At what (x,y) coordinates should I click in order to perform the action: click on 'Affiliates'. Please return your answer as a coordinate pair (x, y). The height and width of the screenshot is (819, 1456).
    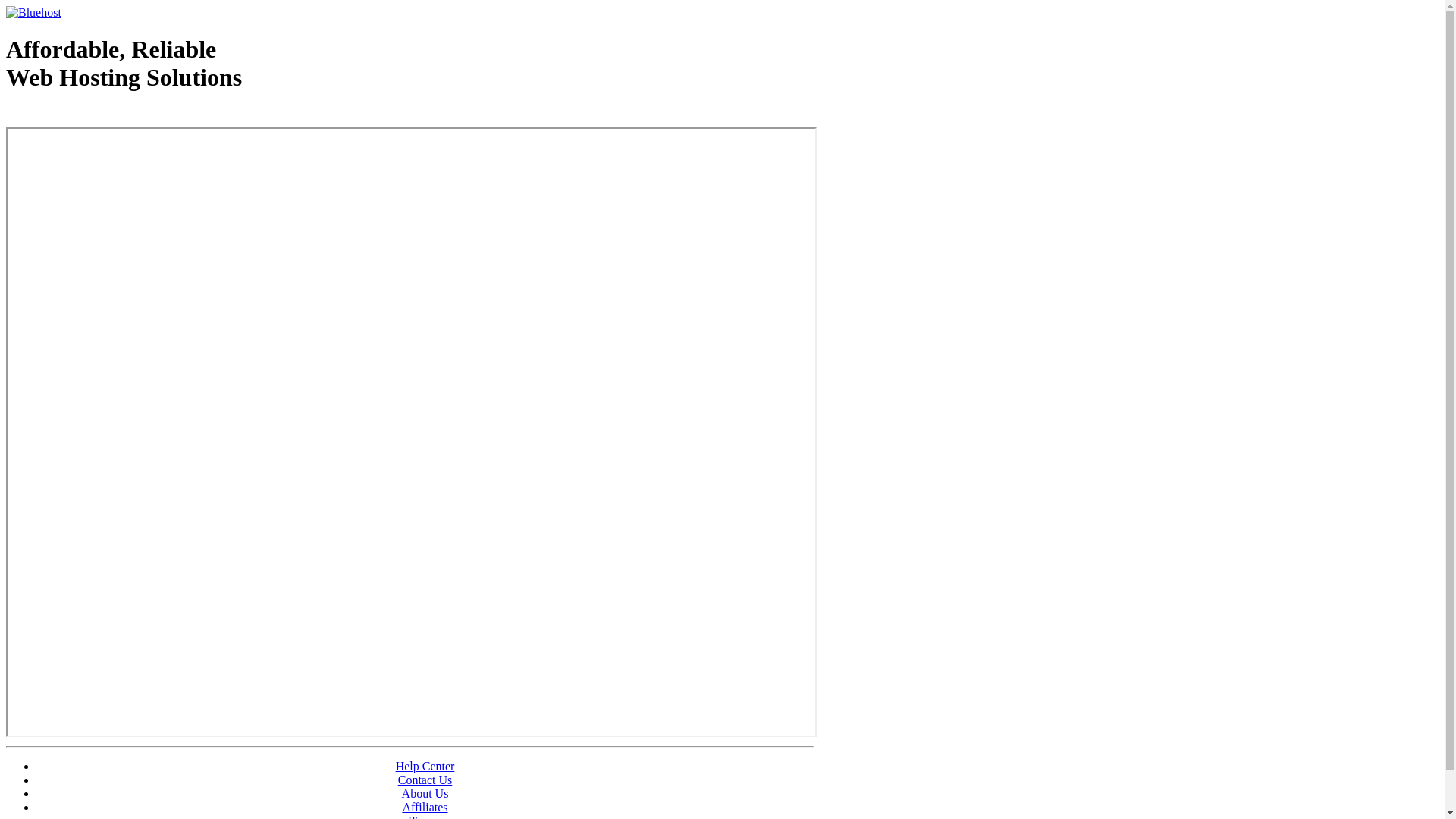
    Looking at the image, I should click on (401, 806).